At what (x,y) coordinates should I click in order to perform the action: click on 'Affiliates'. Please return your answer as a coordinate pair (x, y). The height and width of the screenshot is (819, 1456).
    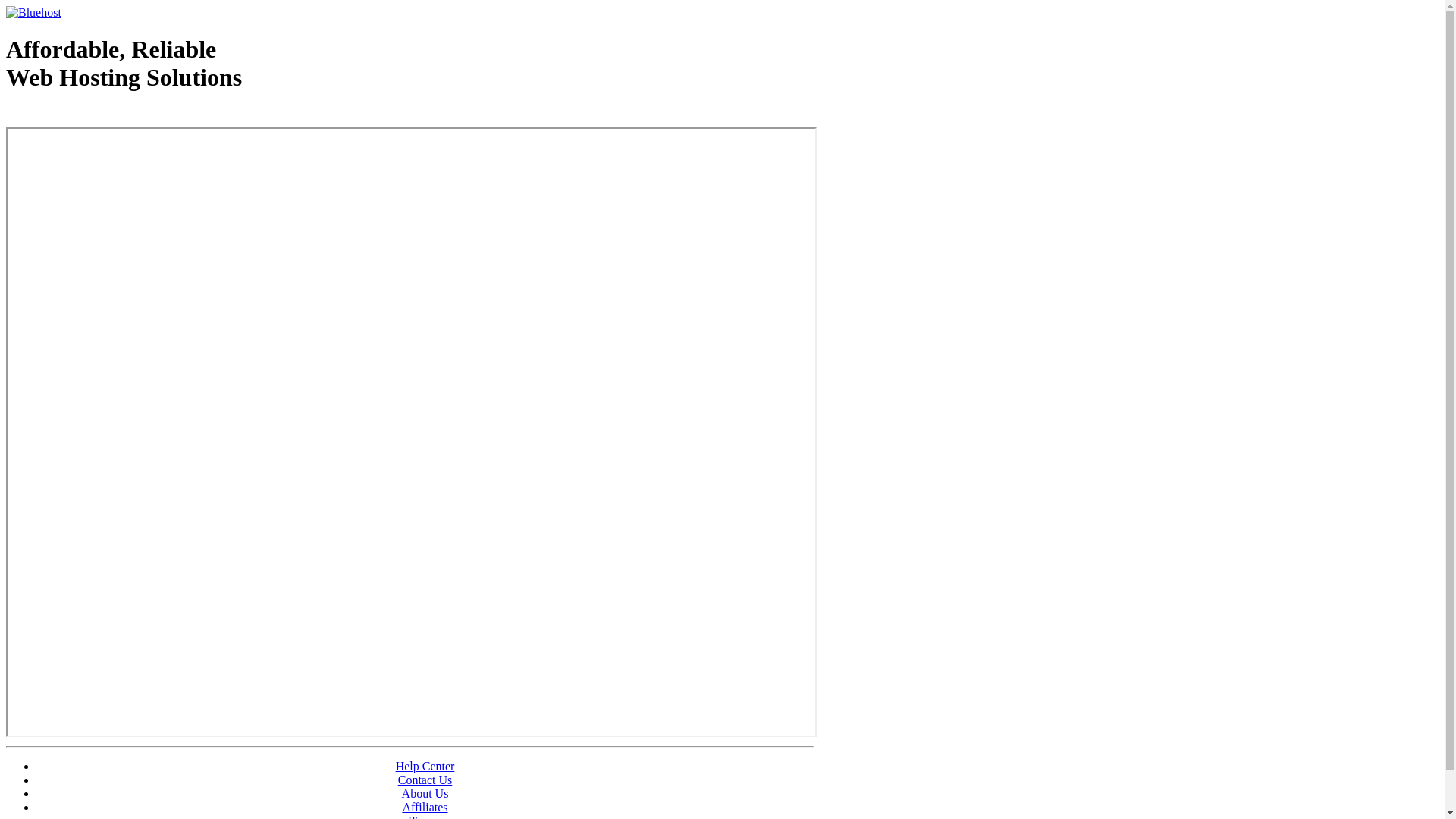
    Looking at the image, I should click on (401, 806).